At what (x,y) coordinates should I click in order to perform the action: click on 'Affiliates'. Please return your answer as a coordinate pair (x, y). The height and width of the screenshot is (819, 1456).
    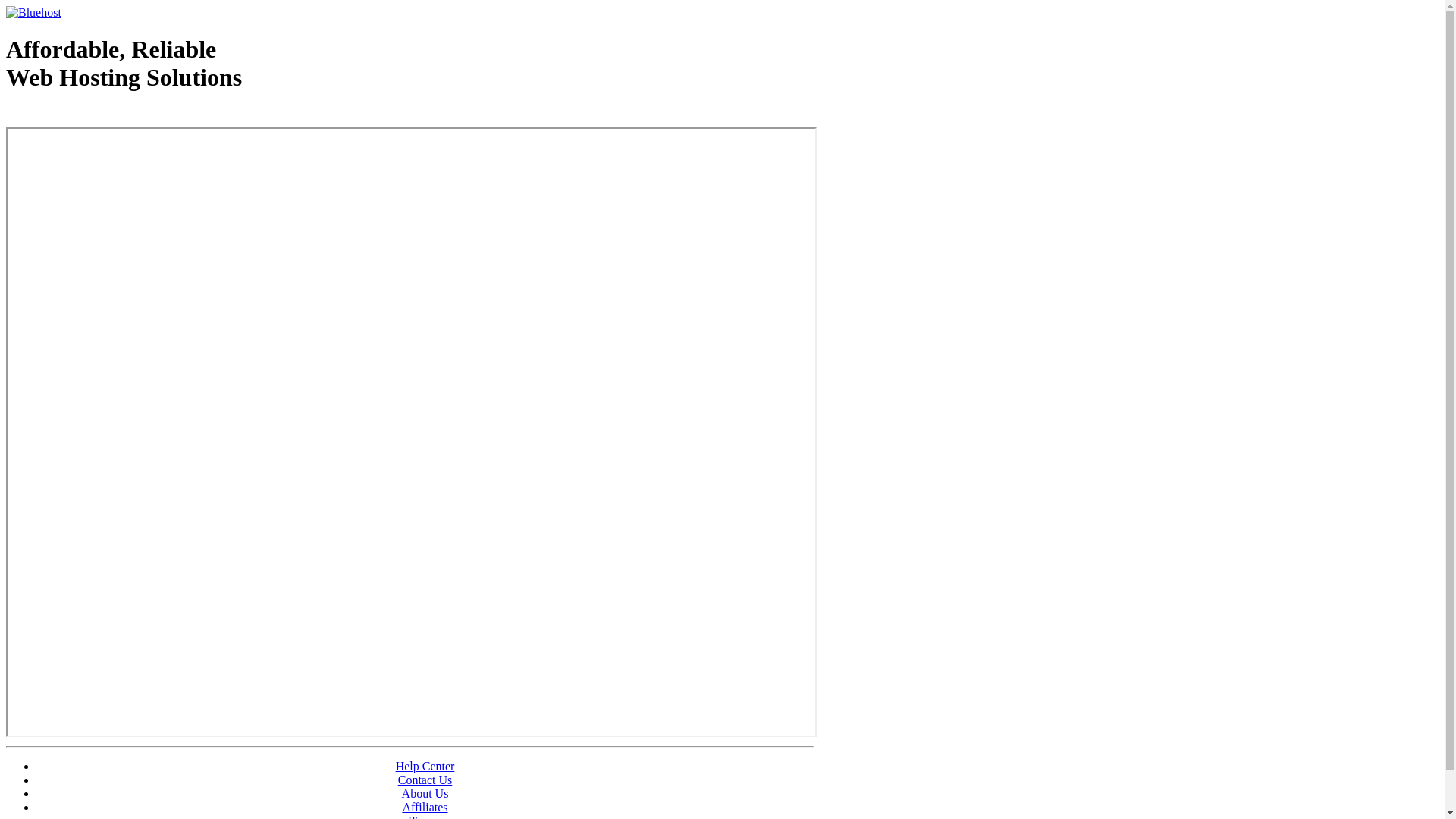
    Looking at the image, I should click on (401, 806).